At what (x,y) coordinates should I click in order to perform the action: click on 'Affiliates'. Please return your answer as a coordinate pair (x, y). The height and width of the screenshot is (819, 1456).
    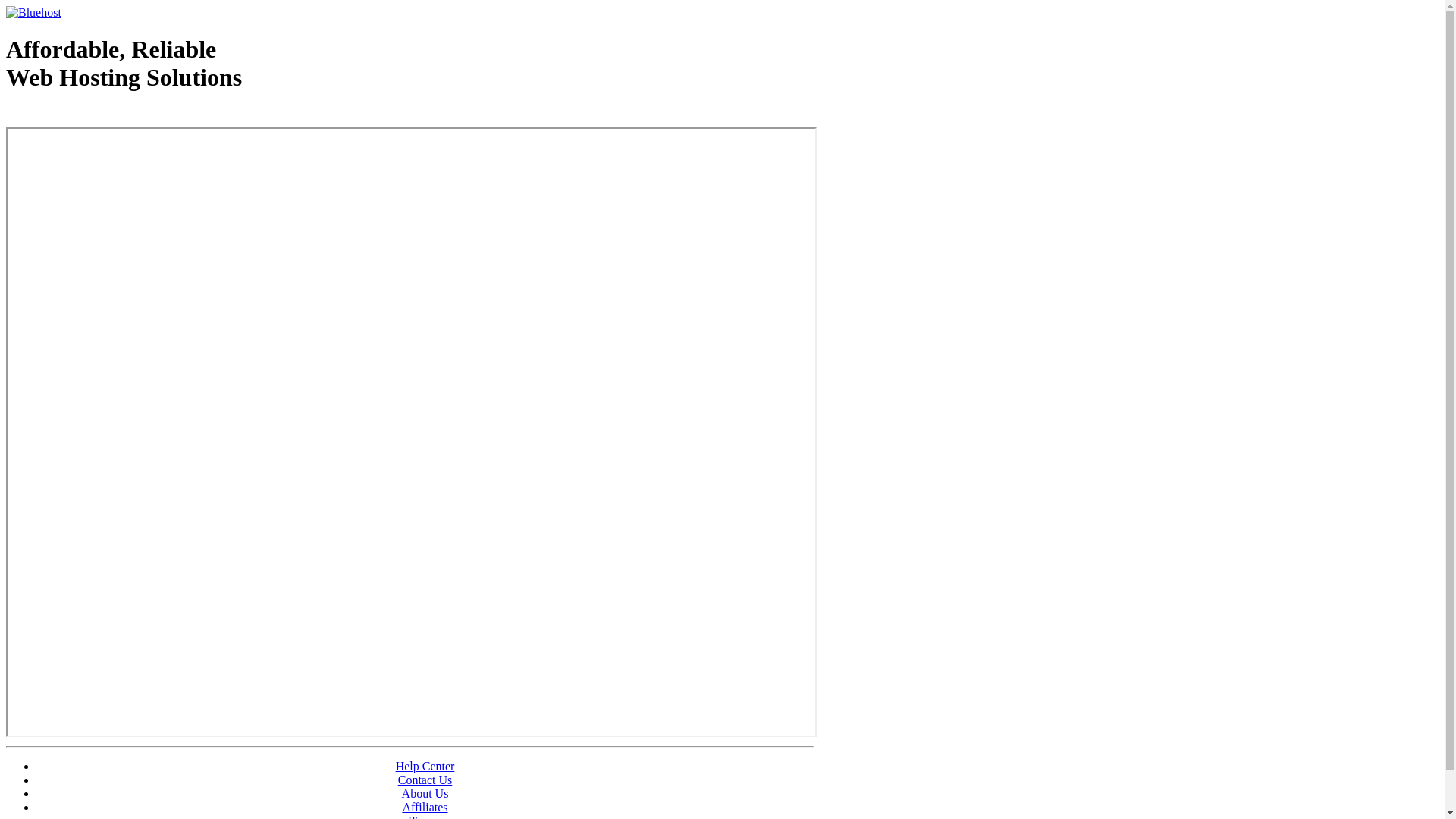
    Looking at the image, I should click on (401, 806).